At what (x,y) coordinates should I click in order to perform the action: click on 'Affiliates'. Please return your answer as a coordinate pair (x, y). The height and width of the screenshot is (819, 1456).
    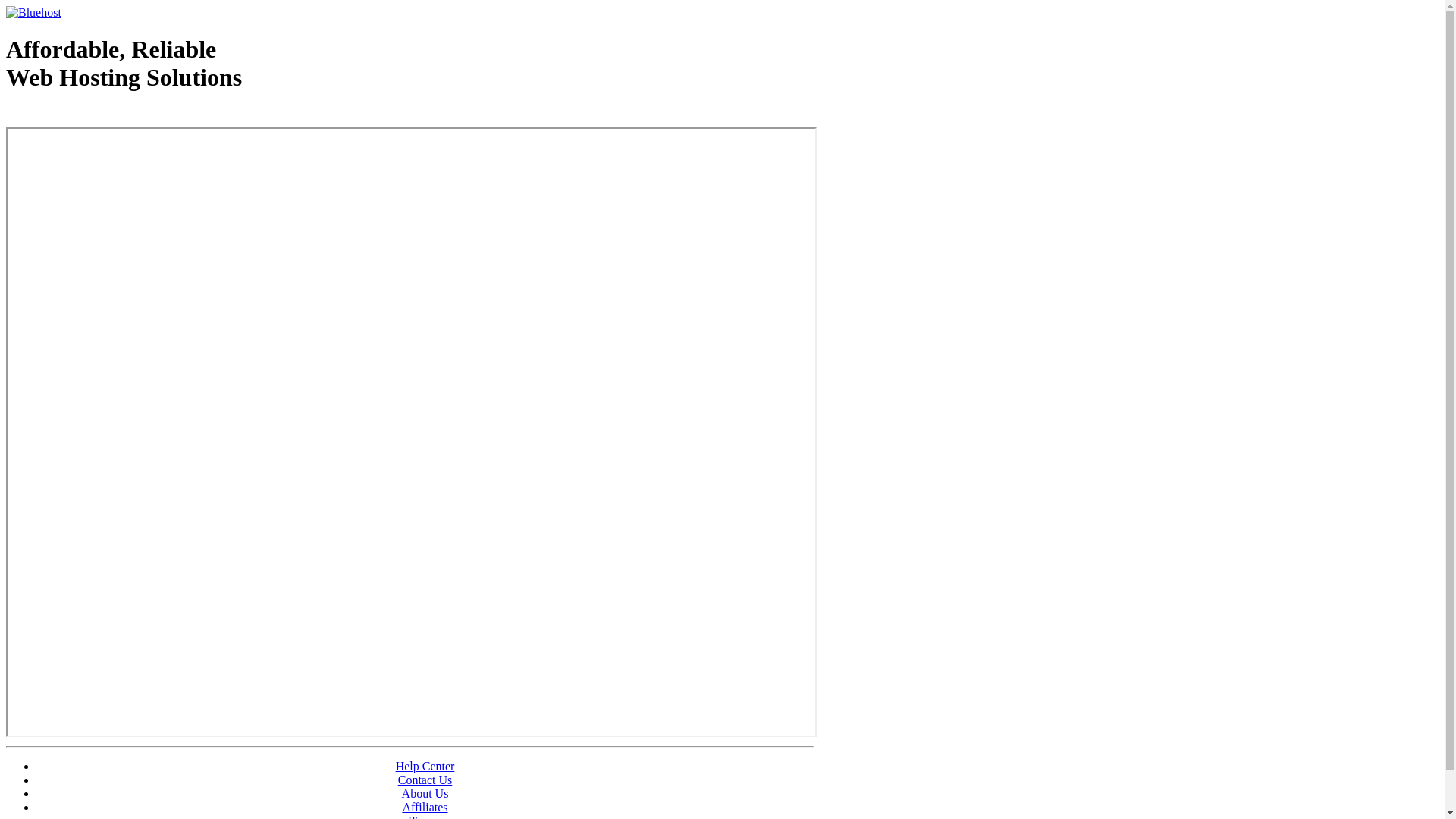
    Looking at the image, I should click on (401, 806).